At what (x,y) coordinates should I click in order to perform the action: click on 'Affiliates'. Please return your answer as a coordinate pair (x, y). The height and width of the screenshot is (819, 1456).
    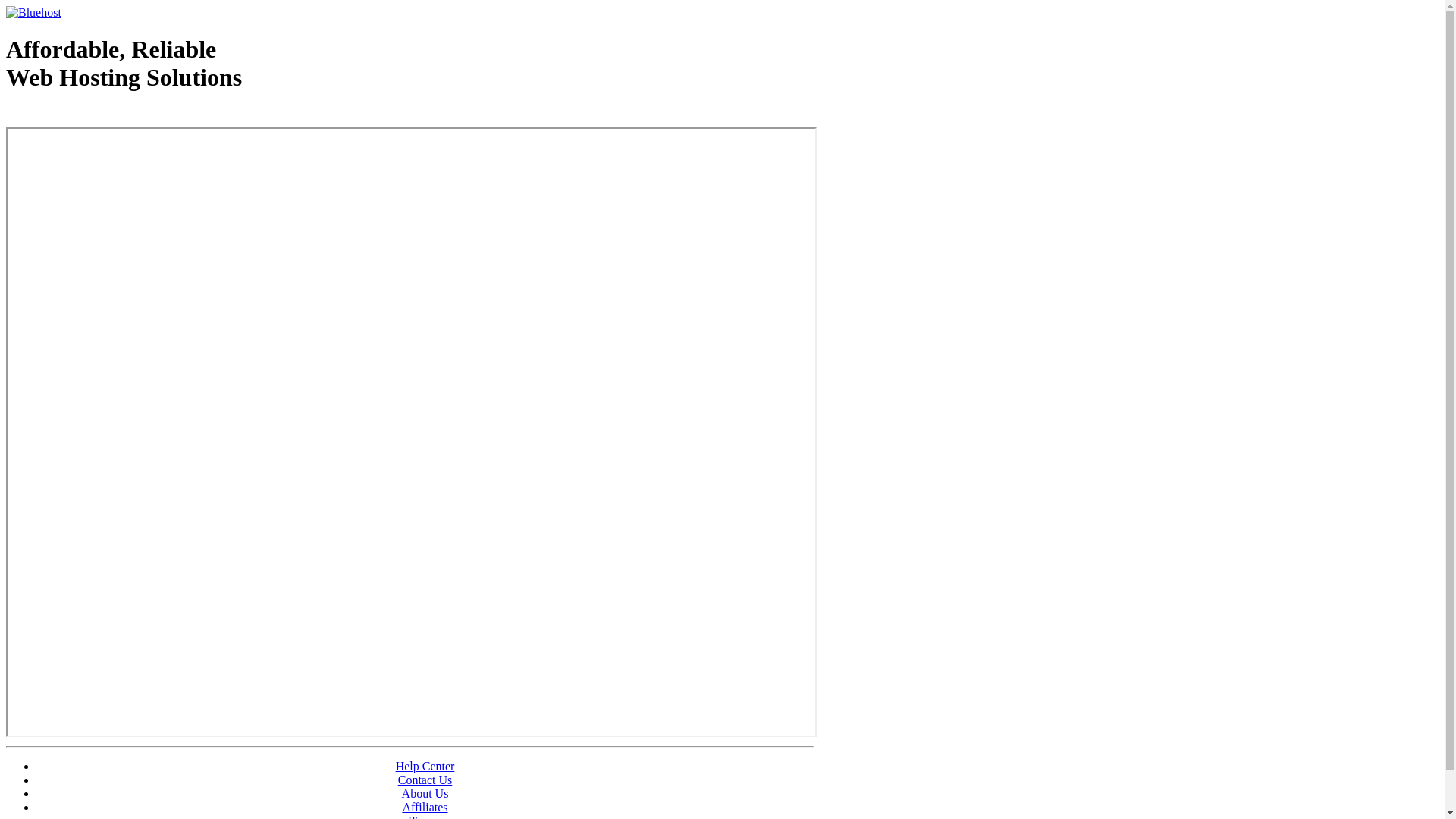
    Looking at the image, I should click on (401, 806).